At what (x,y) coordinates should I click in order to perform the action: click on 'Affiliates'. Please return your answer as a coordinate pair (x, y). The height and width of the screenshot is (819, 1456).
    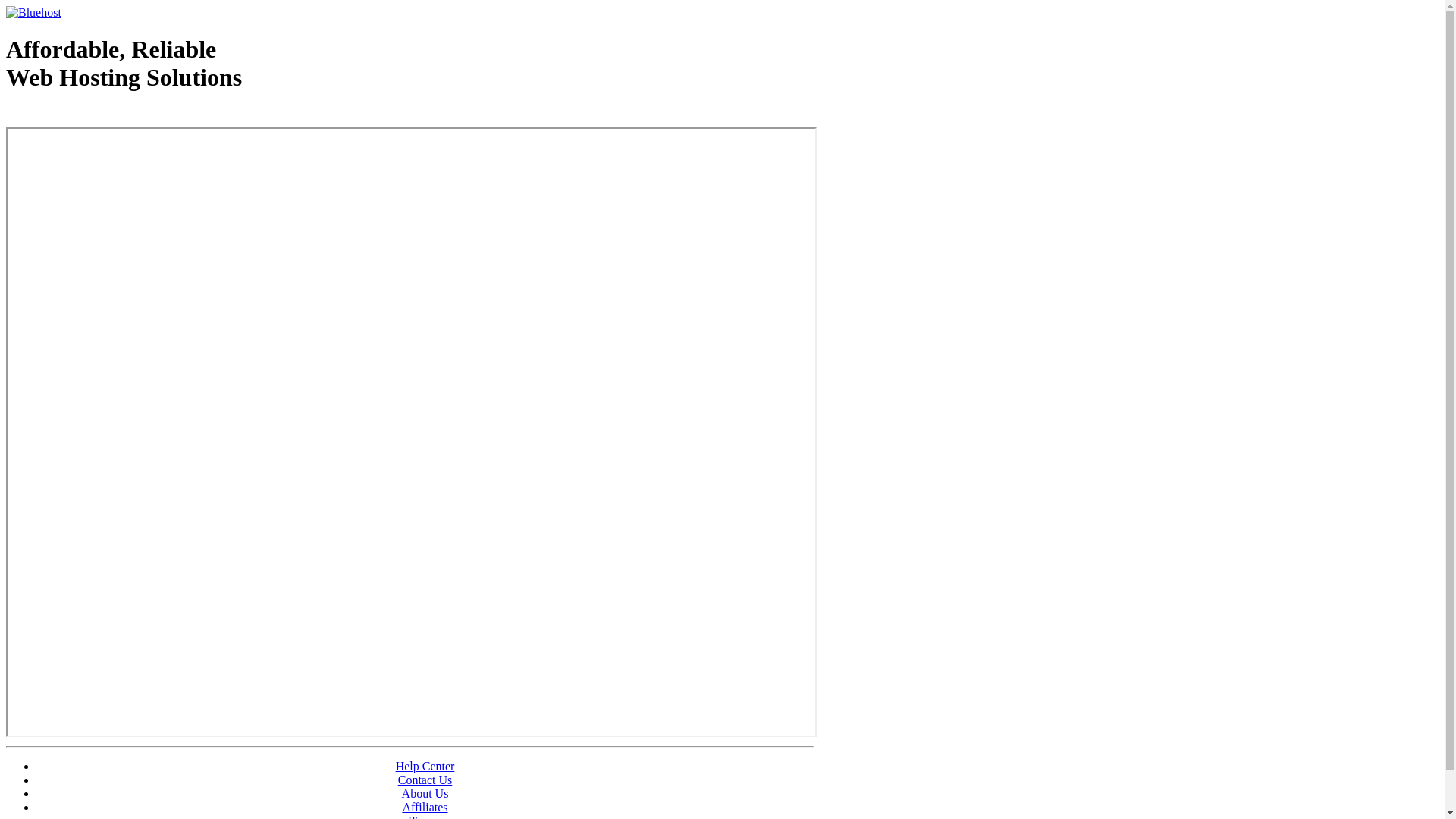
    Looking at the image, I should click on (401, 806).